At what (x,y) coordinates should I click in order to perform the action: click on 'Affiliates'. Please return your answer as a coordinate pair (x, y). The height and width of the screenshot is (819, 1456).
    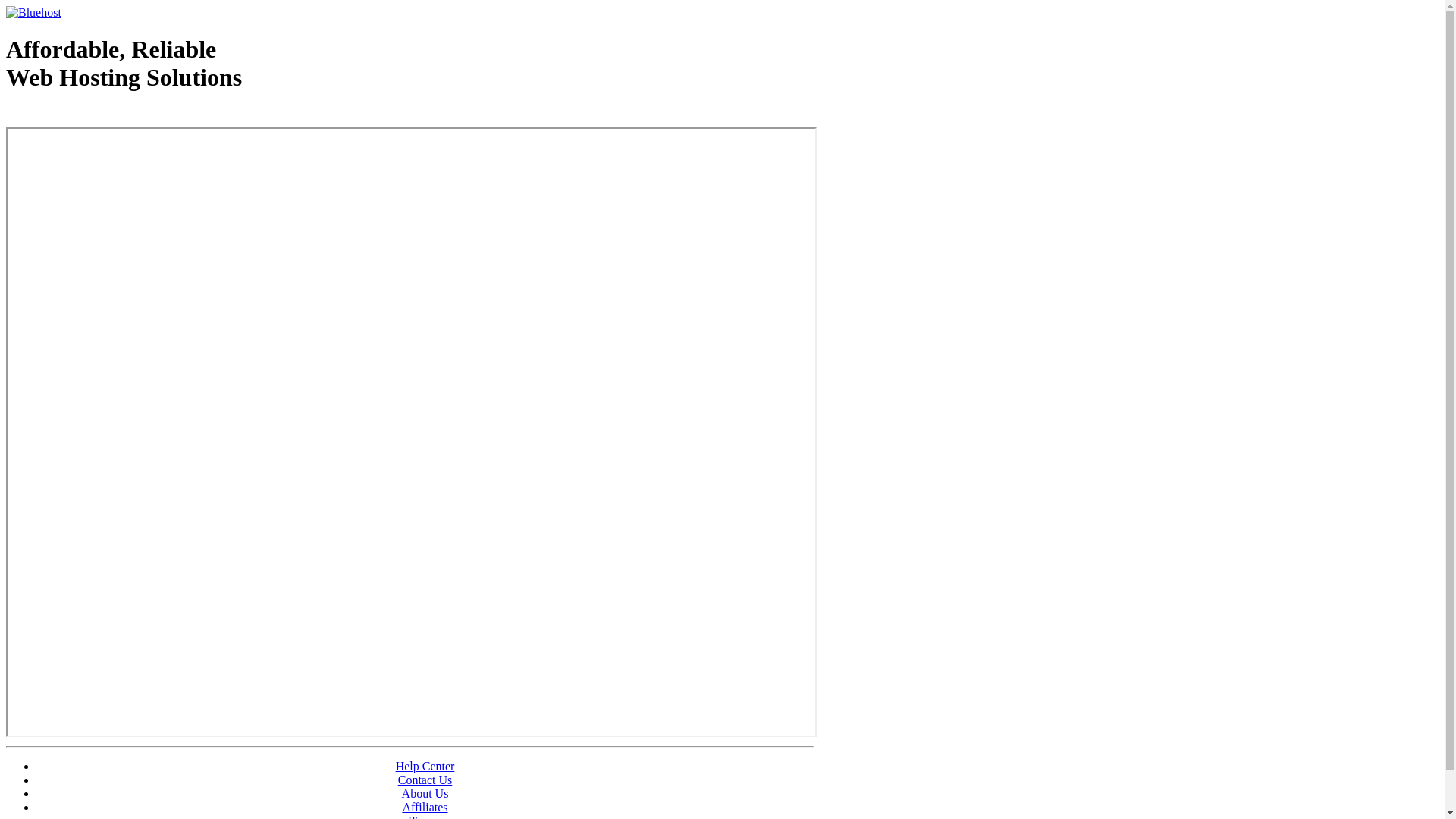
    Looking at the image, I should click on (401, 806).